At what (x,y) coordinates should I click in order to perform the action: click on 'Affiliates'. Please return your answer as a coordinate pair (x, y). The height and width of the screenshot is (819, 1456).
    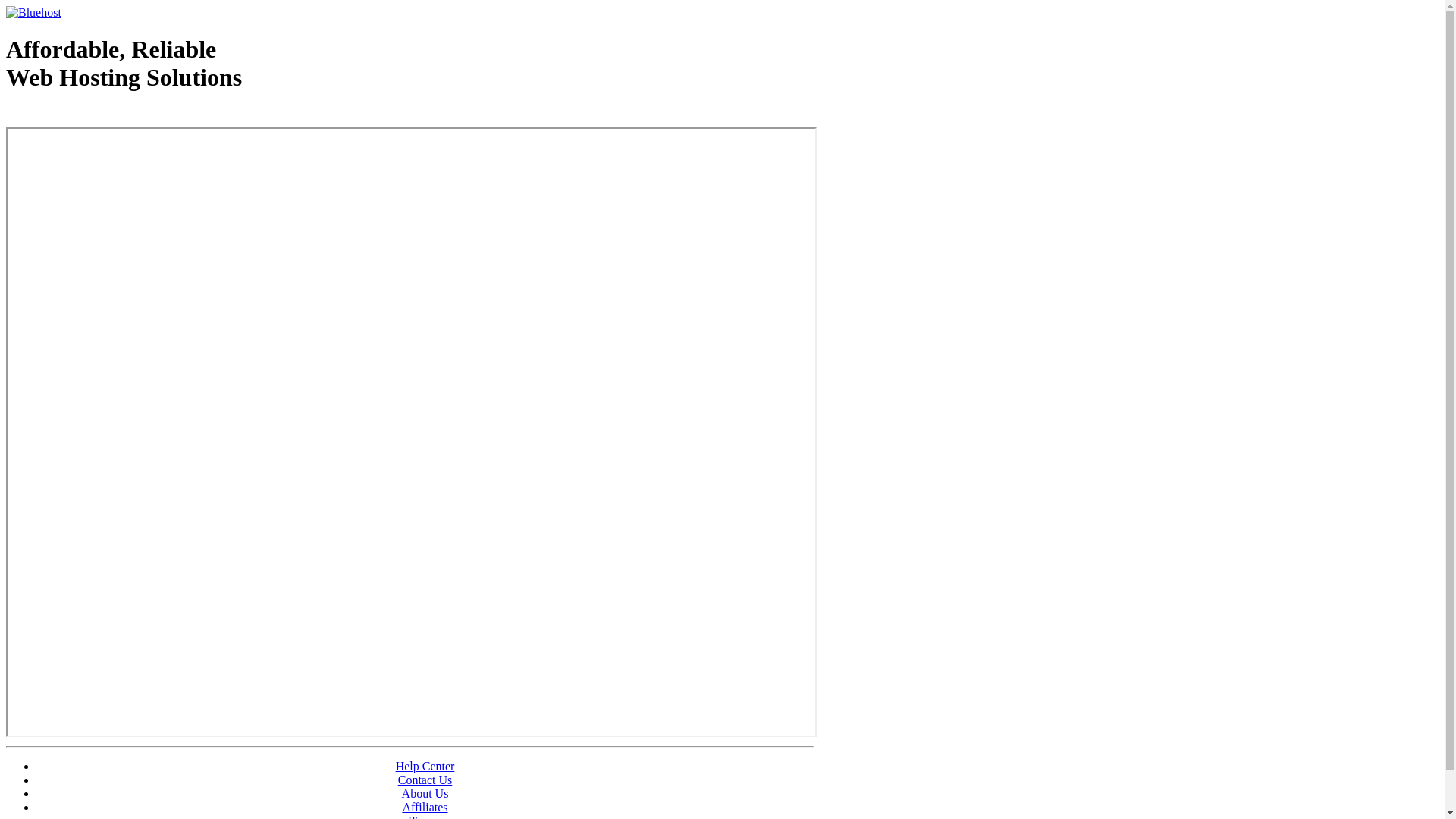
    Looking at the image, I should click on (401, 806).